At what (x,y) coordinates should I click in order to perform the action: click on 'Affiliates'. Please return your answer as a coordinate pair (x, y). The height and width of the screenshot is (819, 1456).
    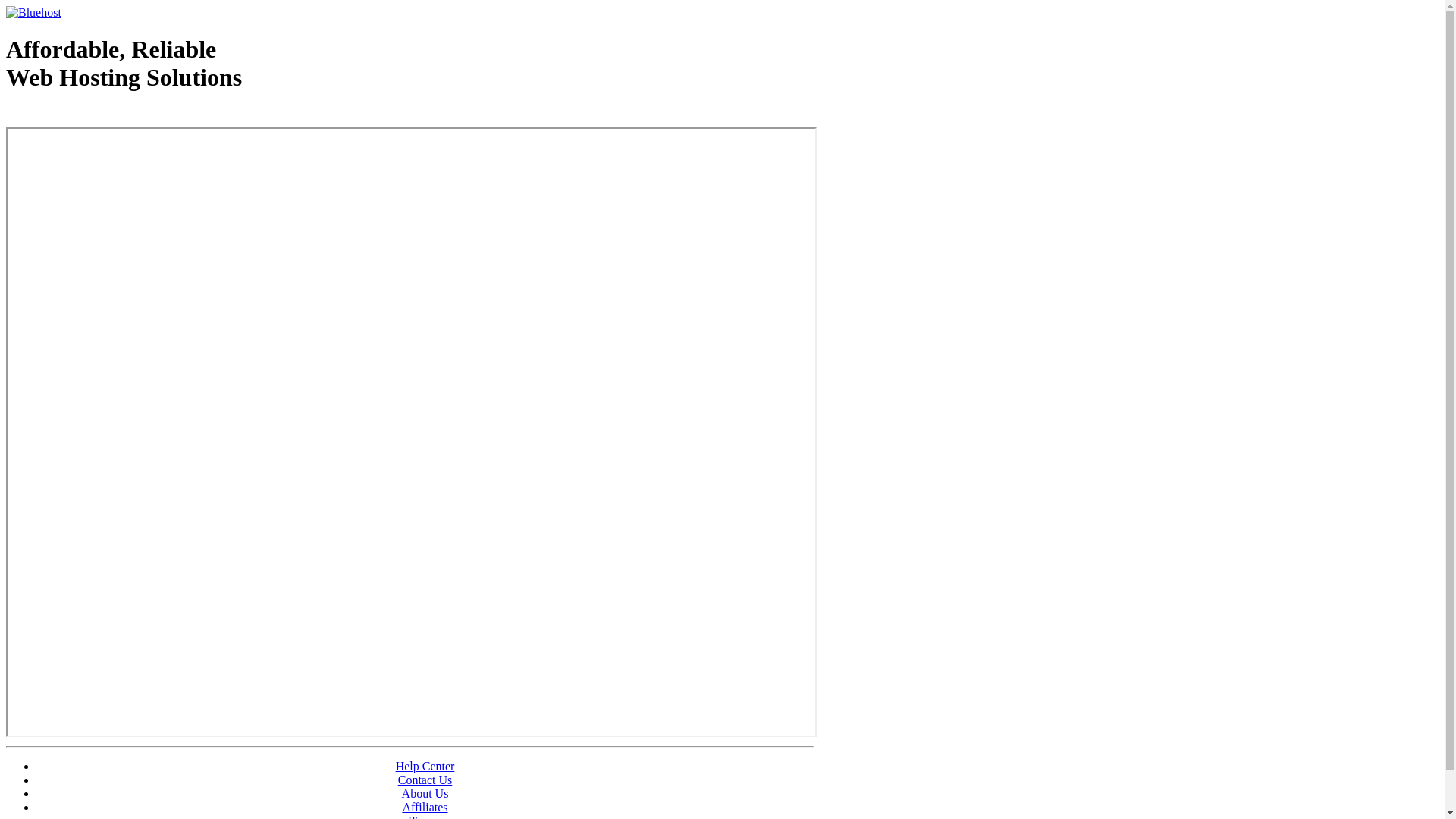
    Looking at the image, I should click on (401, 806).